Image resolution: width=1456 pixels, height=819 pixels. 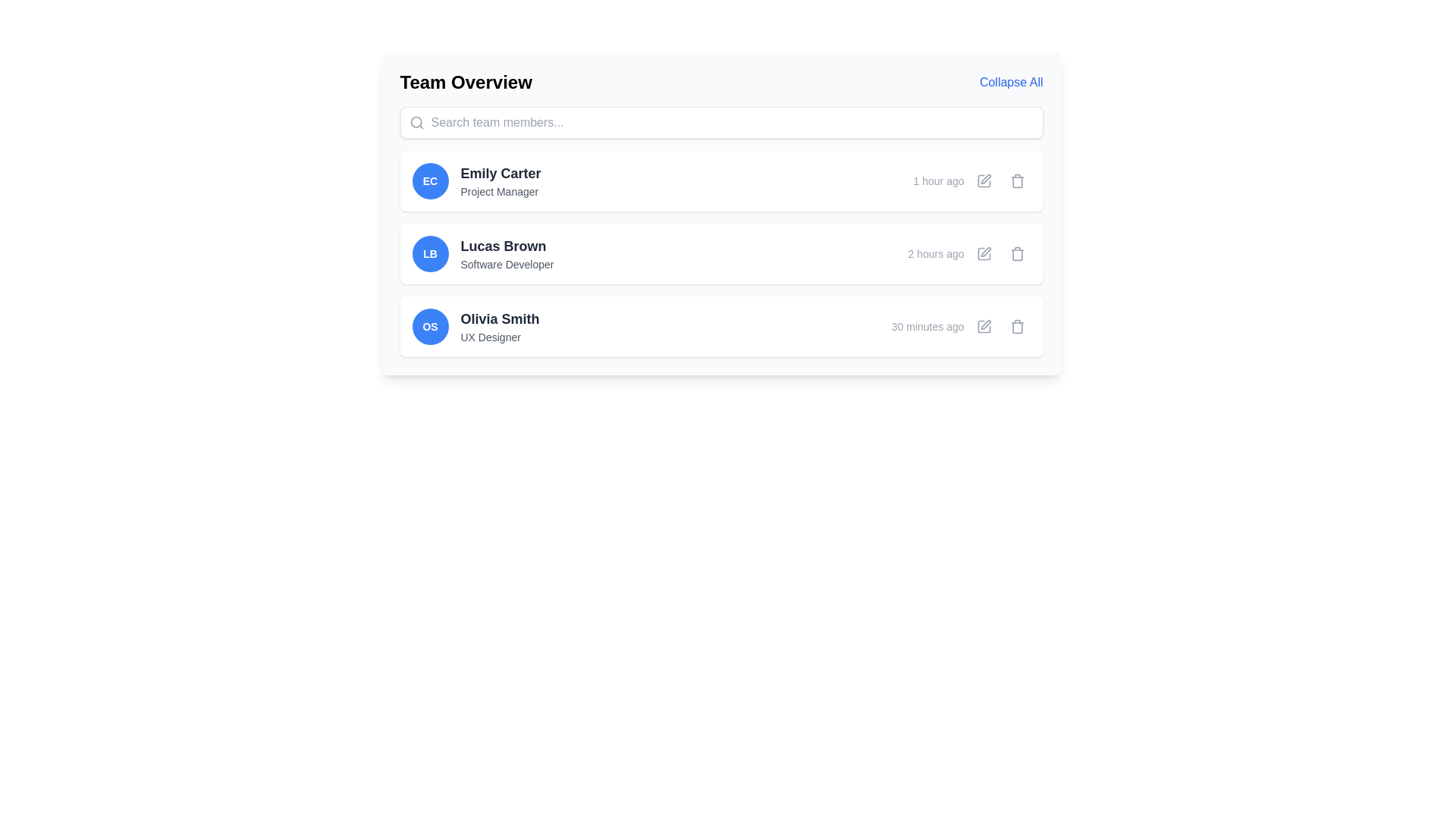 I want to click on the editing icon button located between '1 hour ago' and the trash bin icon in the row for 'Emily Carter' to initiate editing, so click(x=984, y=180).